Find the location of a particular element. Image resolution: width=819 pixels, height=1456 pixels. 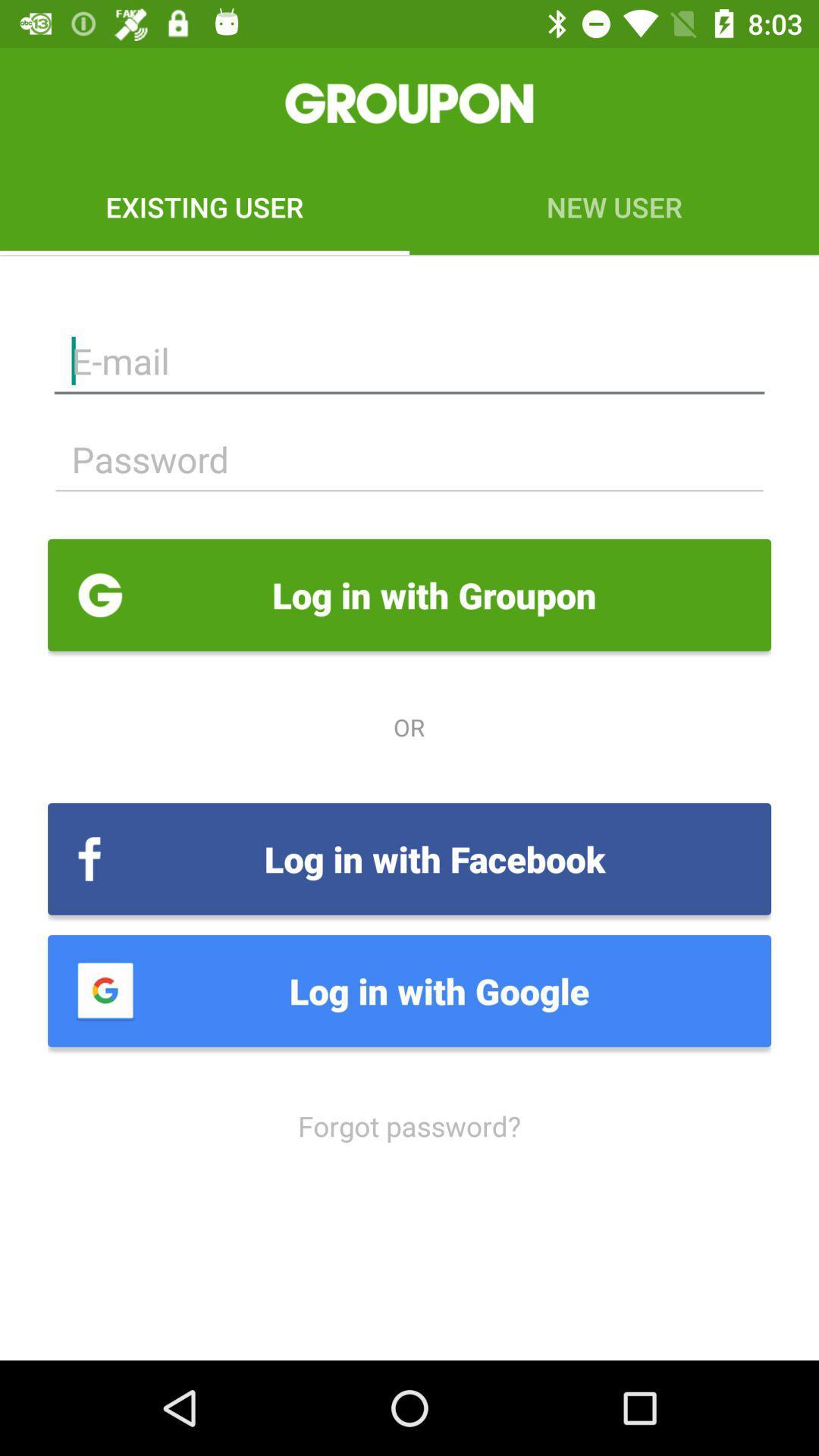

your email is located at coordinates (409, 360).